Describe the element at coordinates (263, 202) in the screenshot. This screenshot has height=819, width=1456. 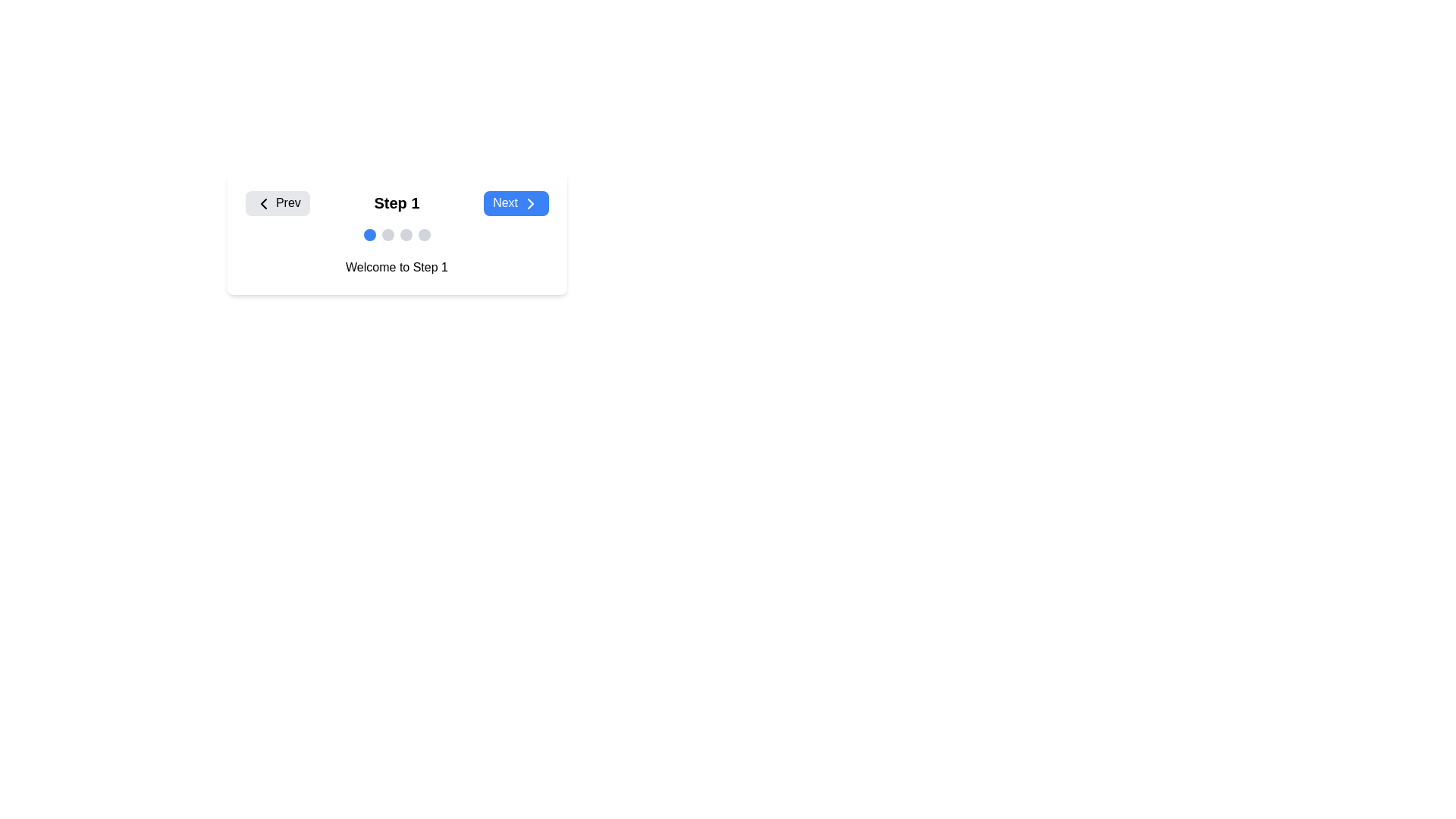
I see `the chevron icon located in the 'Prev' button` at that location.